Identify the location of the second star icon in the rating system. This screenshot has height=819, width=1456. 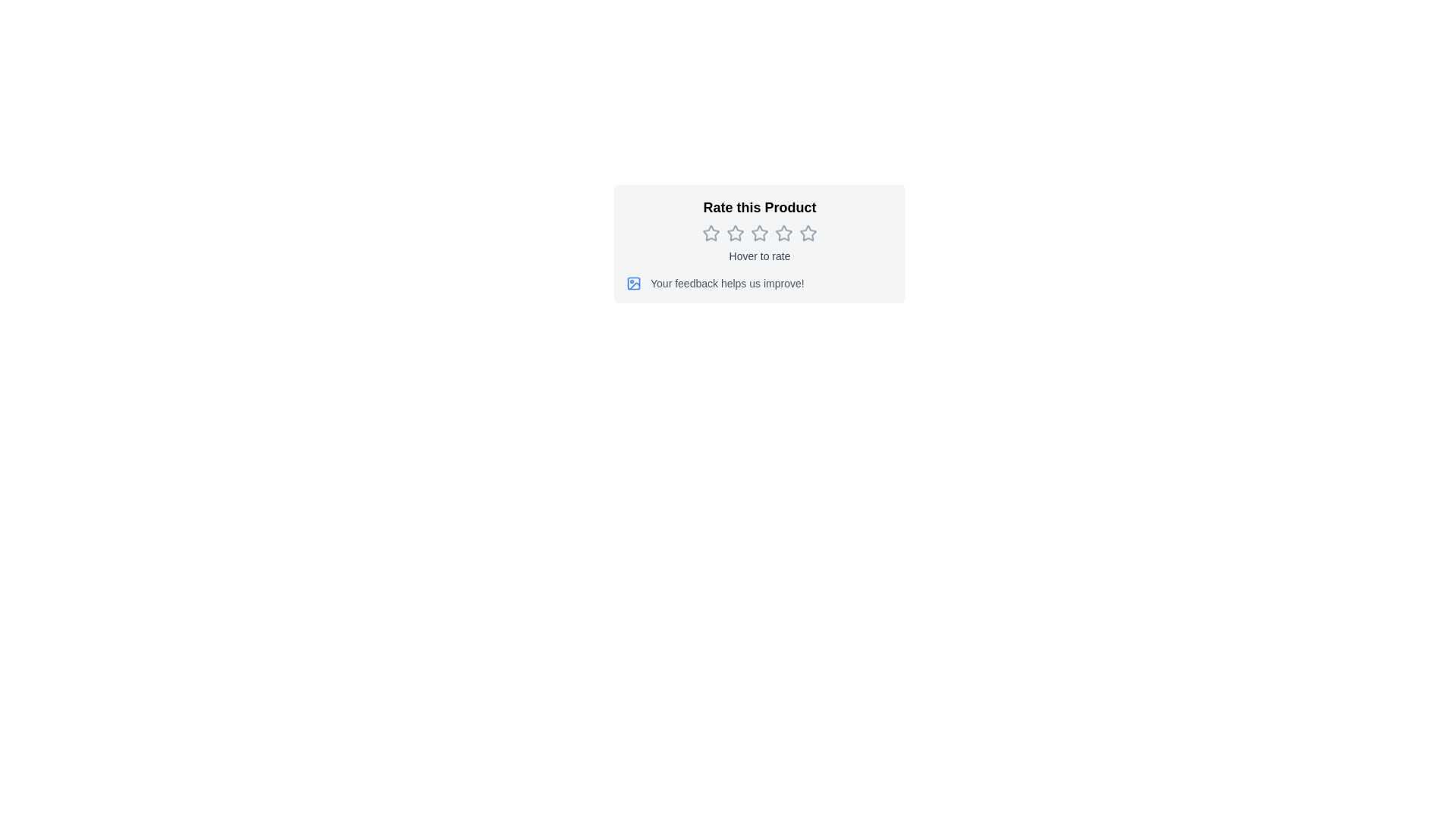
(735, 234).